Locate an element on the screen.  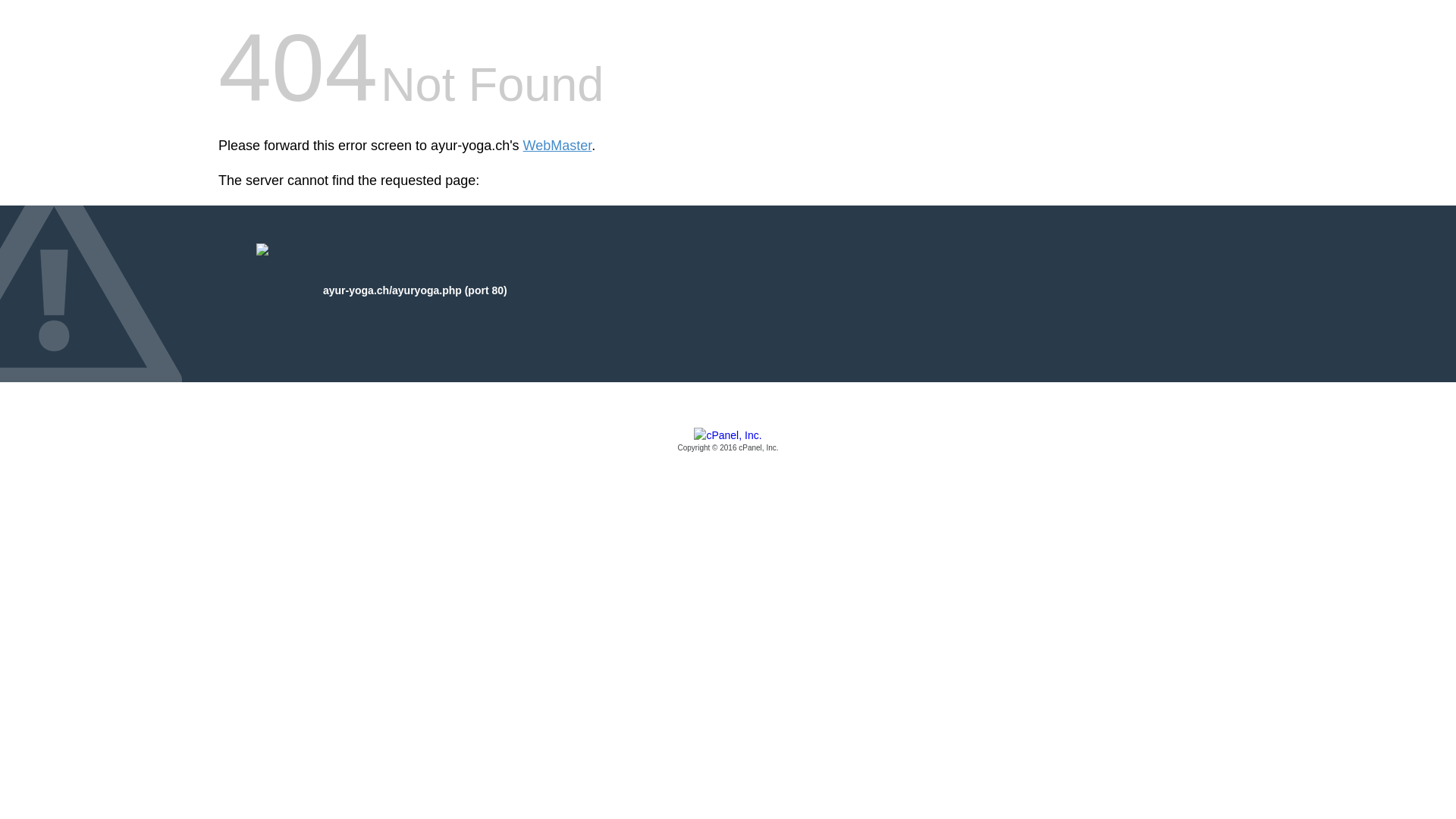
'WebMaster' is located at coordinates (557, 146).